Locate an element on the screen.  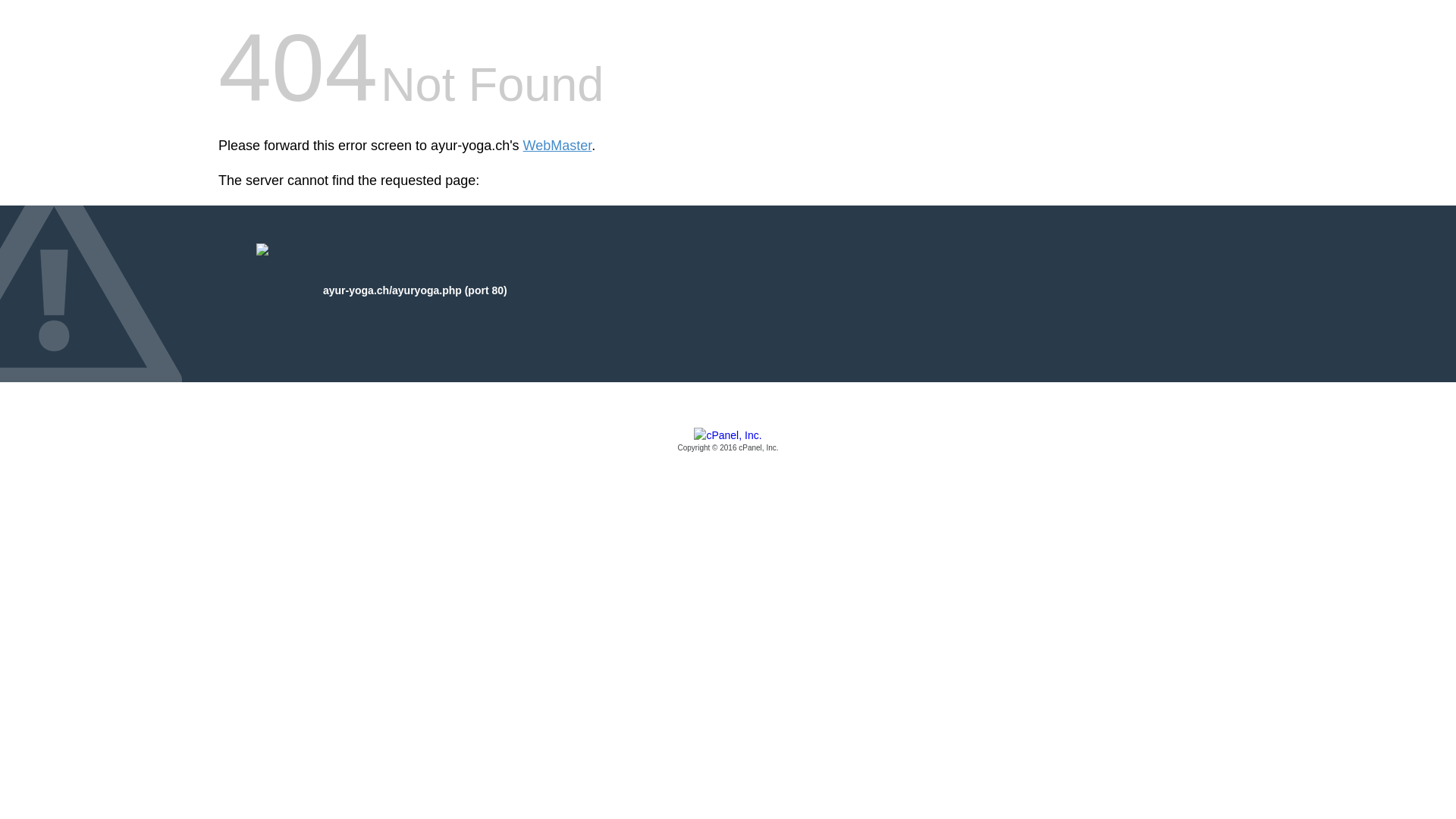
'WebMaster' is located at coordinates (557, 146).